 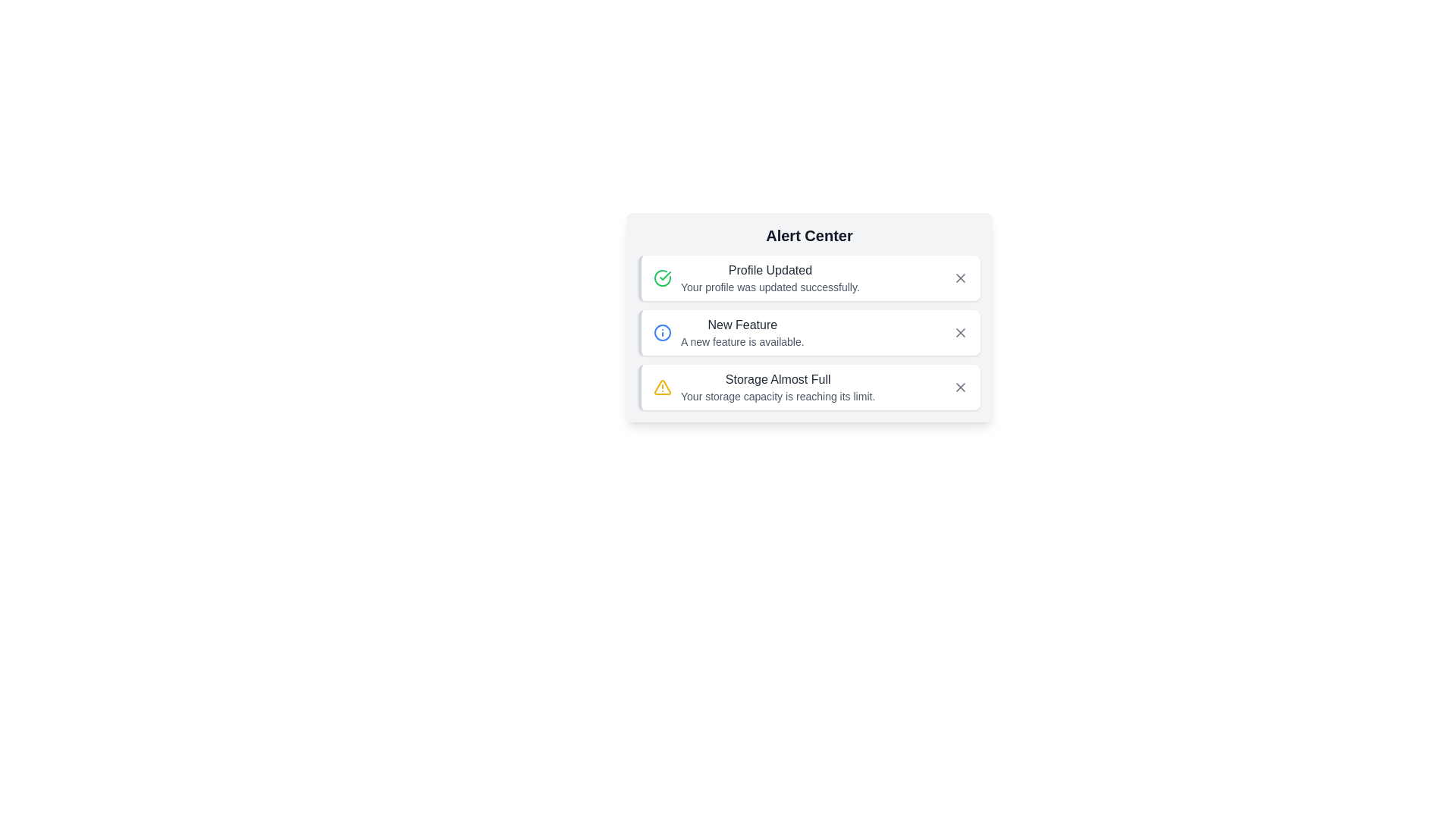 I want to click on the 'Storage Almost Full' text label in the third alert section of the notification panel, which is positioned above the supportive text and alongside the warning icon, so click(x=778, y=379).